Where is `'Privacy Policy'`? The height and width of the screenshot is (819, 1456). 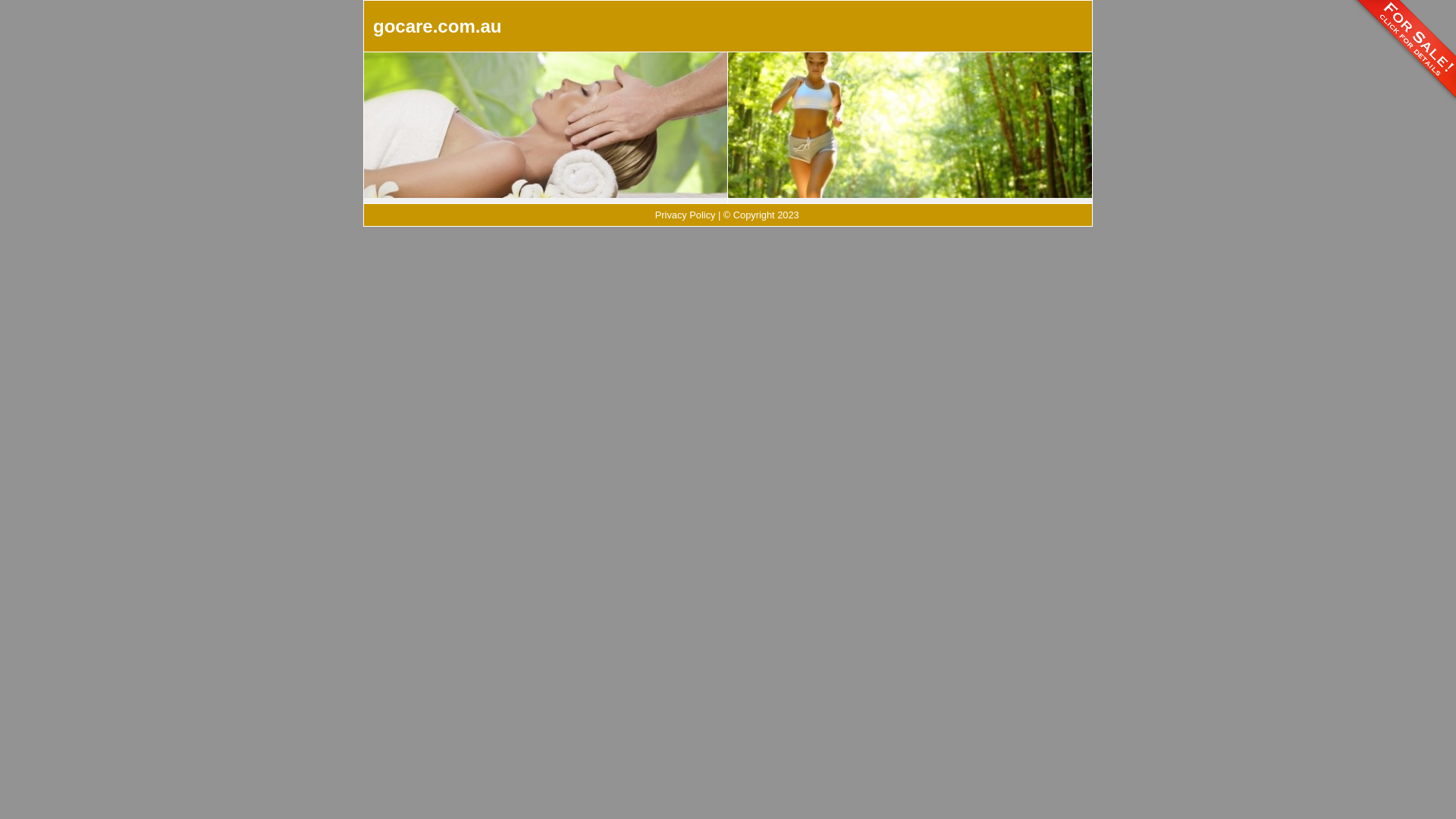 'Privacy Policy' is located at coordinates (684, 215).